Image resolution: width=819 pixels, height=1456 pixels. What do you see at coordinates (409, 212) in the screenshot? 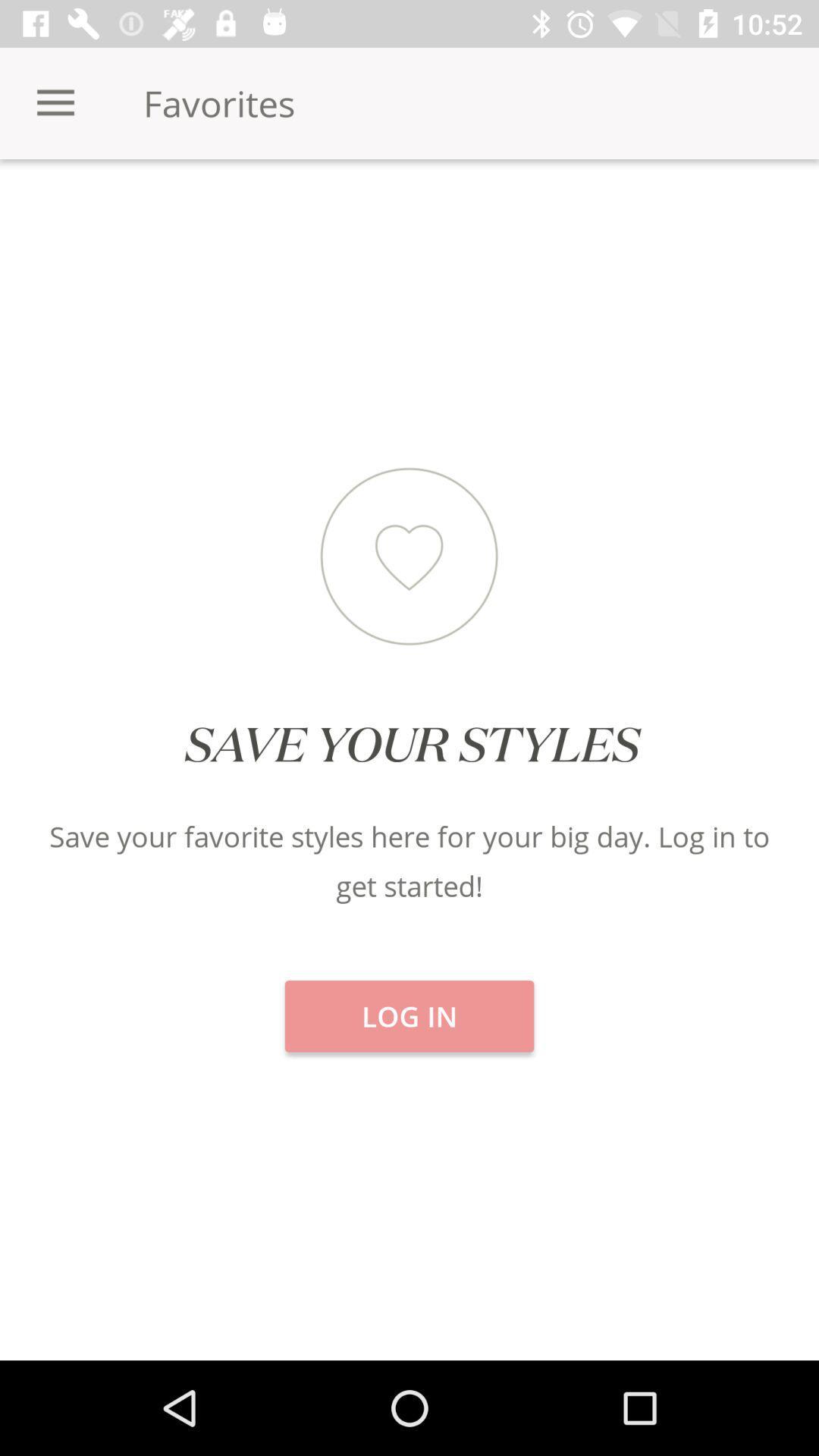
I see `the item below favorites icon` at bounding box center [409, 212].